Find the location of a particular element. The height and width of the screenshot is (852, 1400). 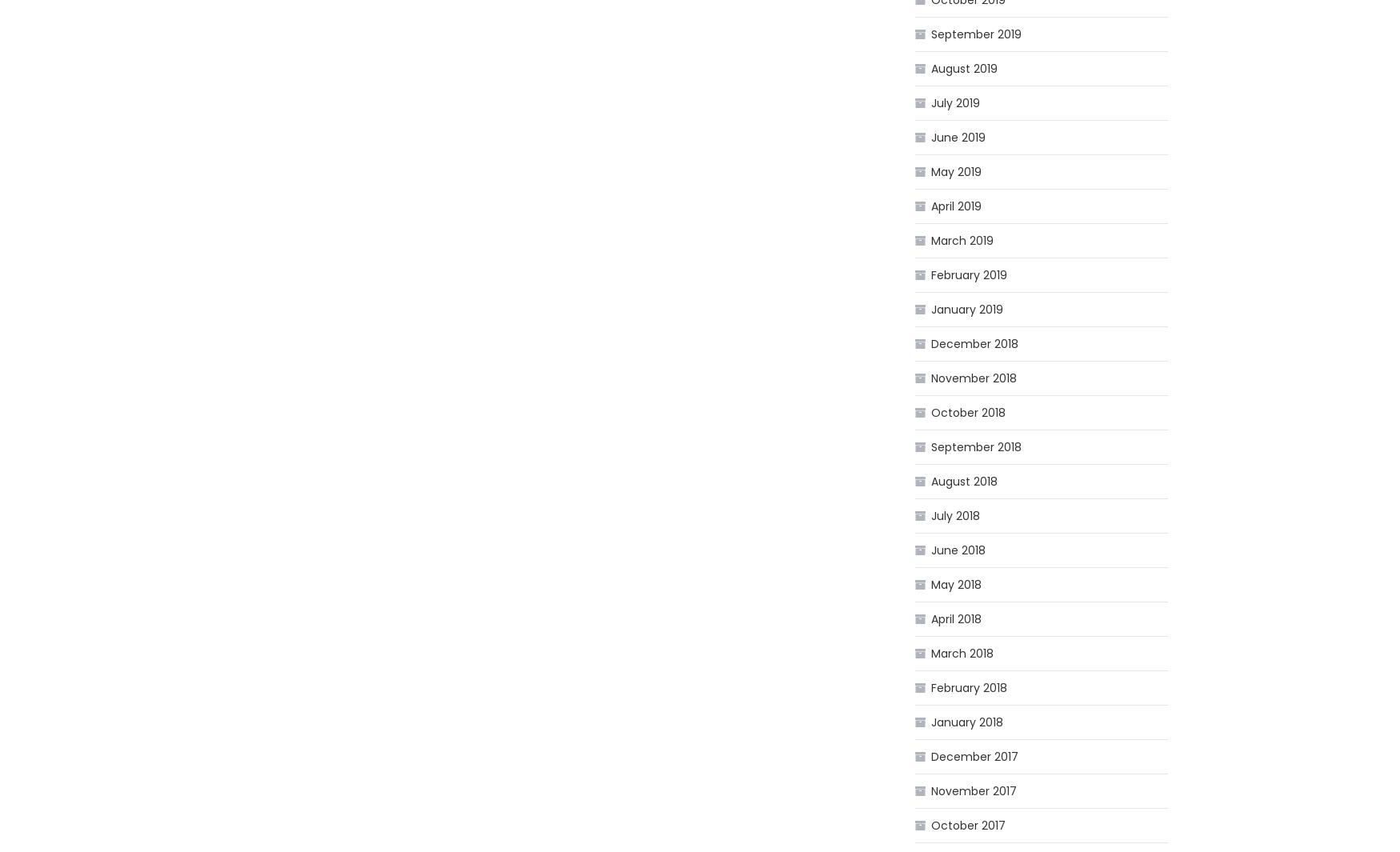

'February 2019' is located at coordinates (969, 274).